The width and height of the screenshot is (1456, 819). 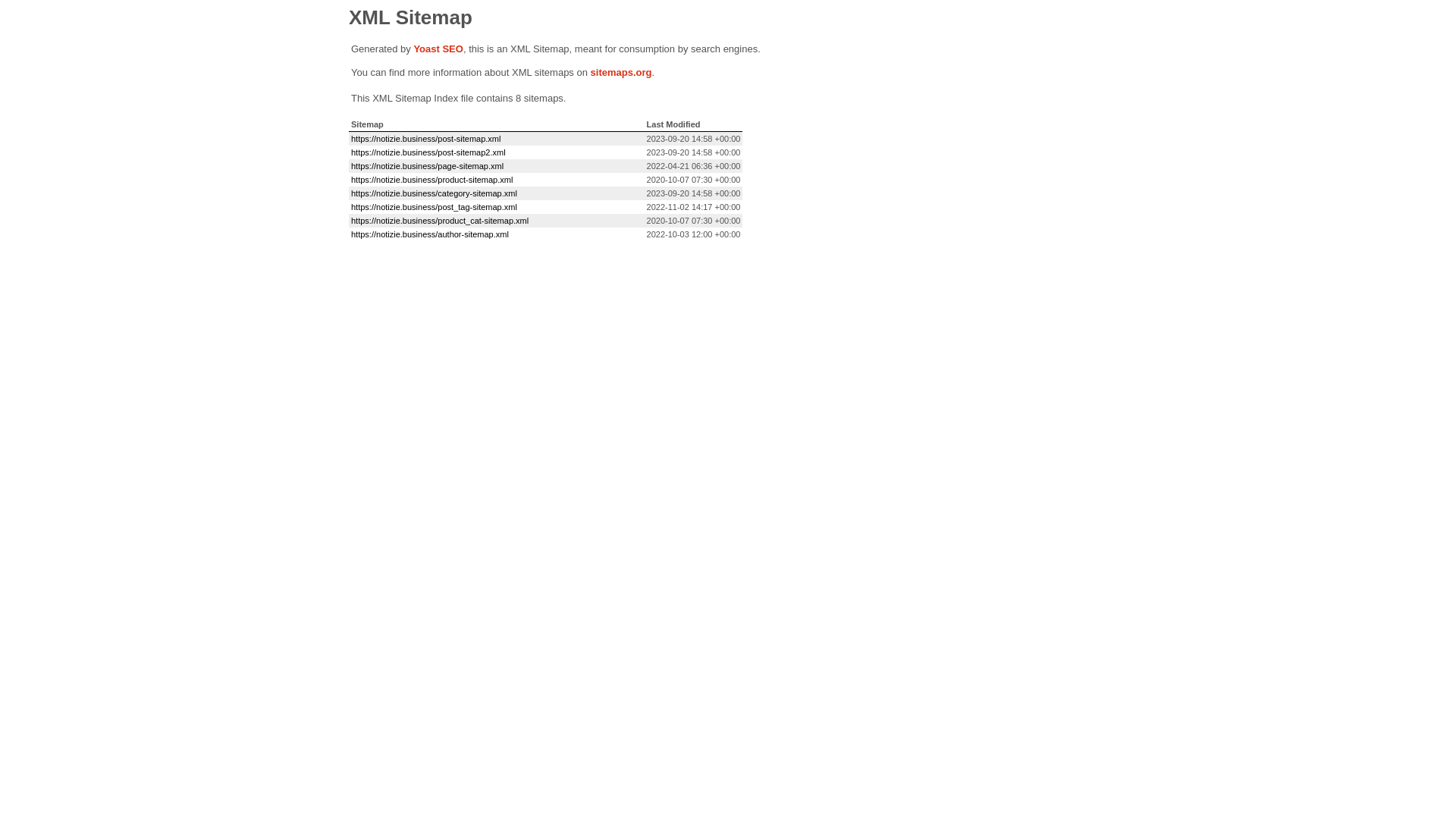 I want to click on 'https://notizie.business/product_cat-sitemap.xml', so click(x=439, y=220).